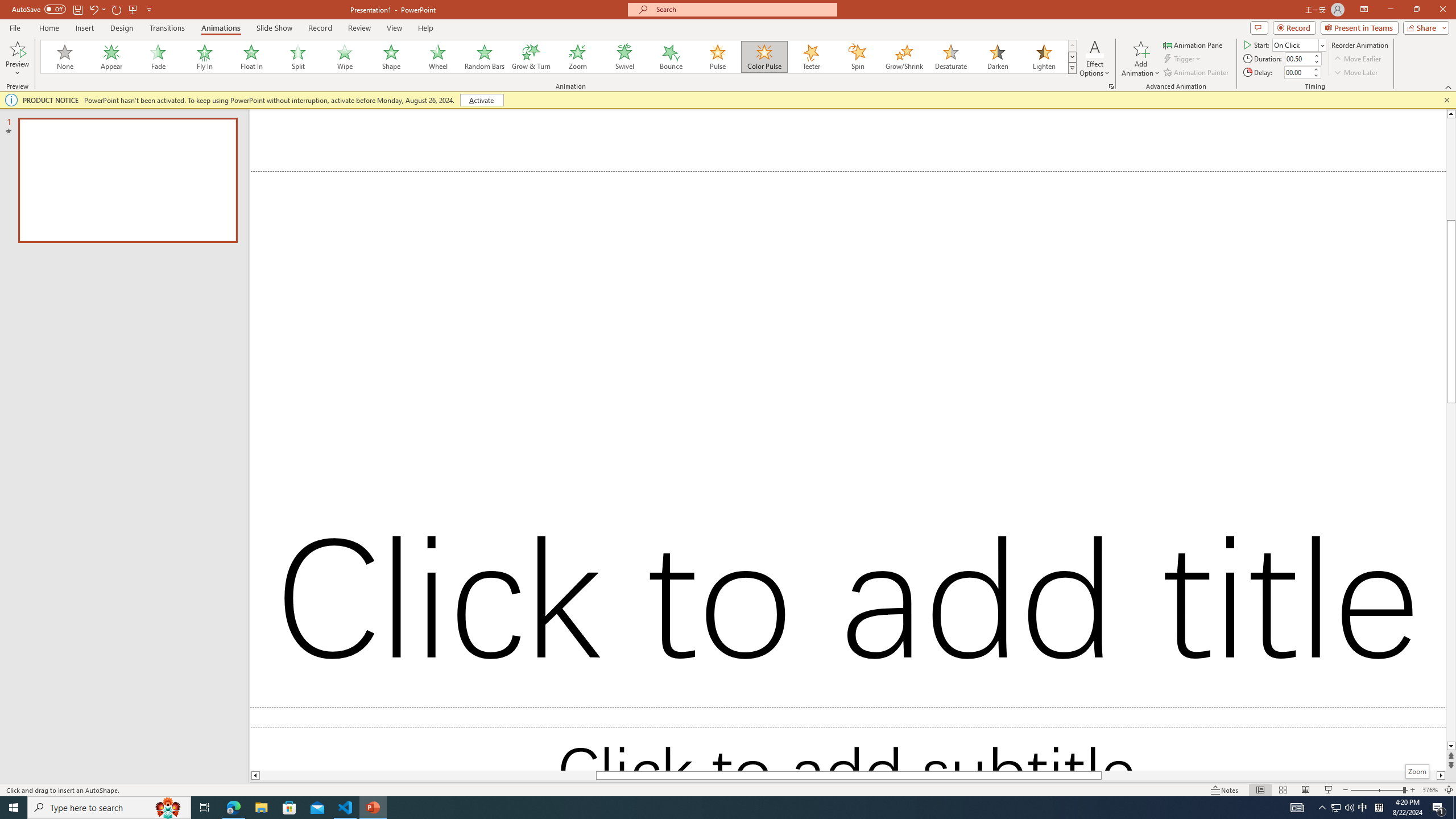 The image size is (1456, 819). Describe the element at coordinates (482, 100) in the screenshot. I see `'Activate'` at that location.